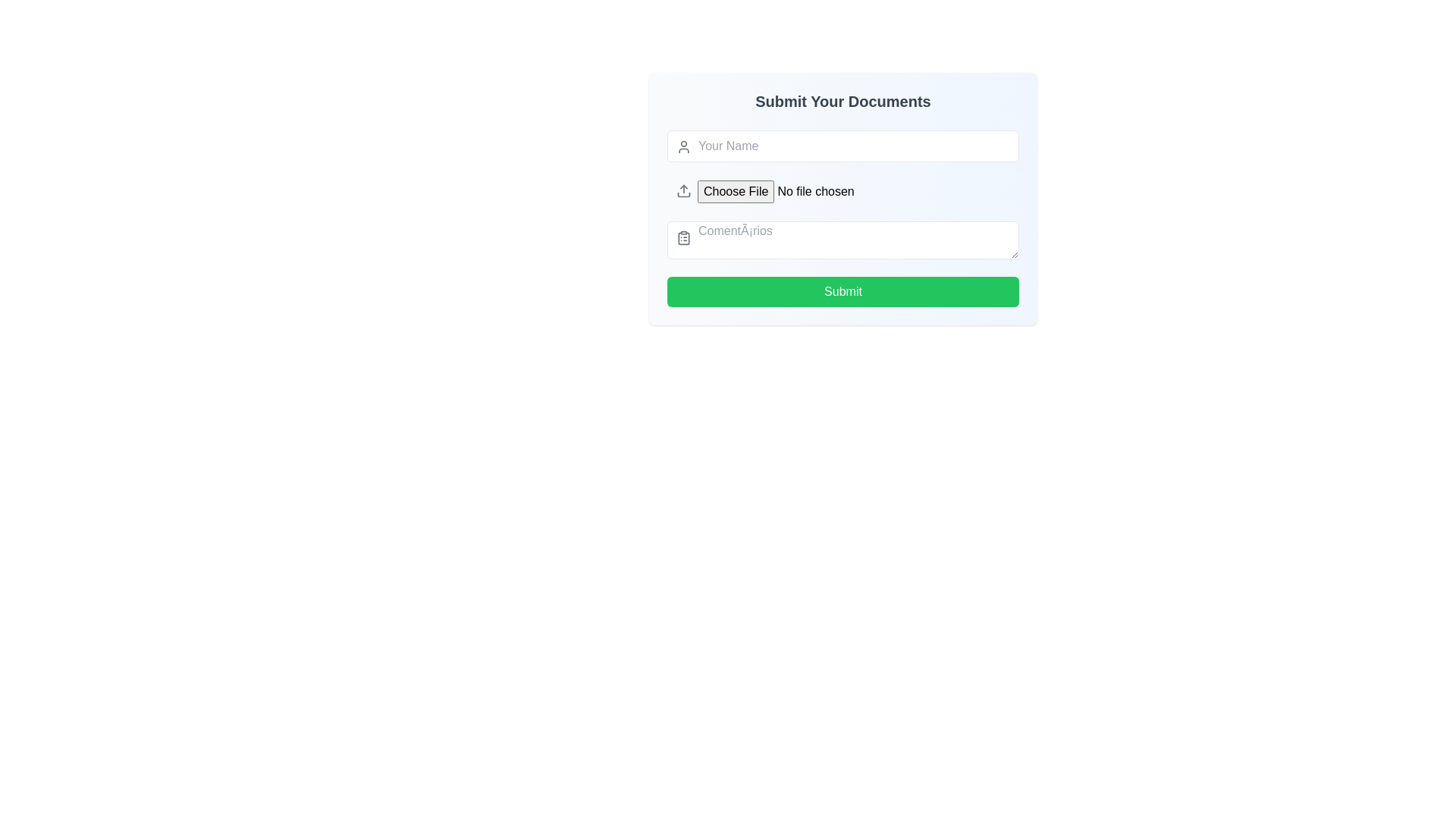  What do you see at coordinates (683, 190) in the screenshot?
I see `the upload icon located to the left of the 'Choose File' button within the 'Submit Your Documents' form for information` at bounding box center [683, 190].